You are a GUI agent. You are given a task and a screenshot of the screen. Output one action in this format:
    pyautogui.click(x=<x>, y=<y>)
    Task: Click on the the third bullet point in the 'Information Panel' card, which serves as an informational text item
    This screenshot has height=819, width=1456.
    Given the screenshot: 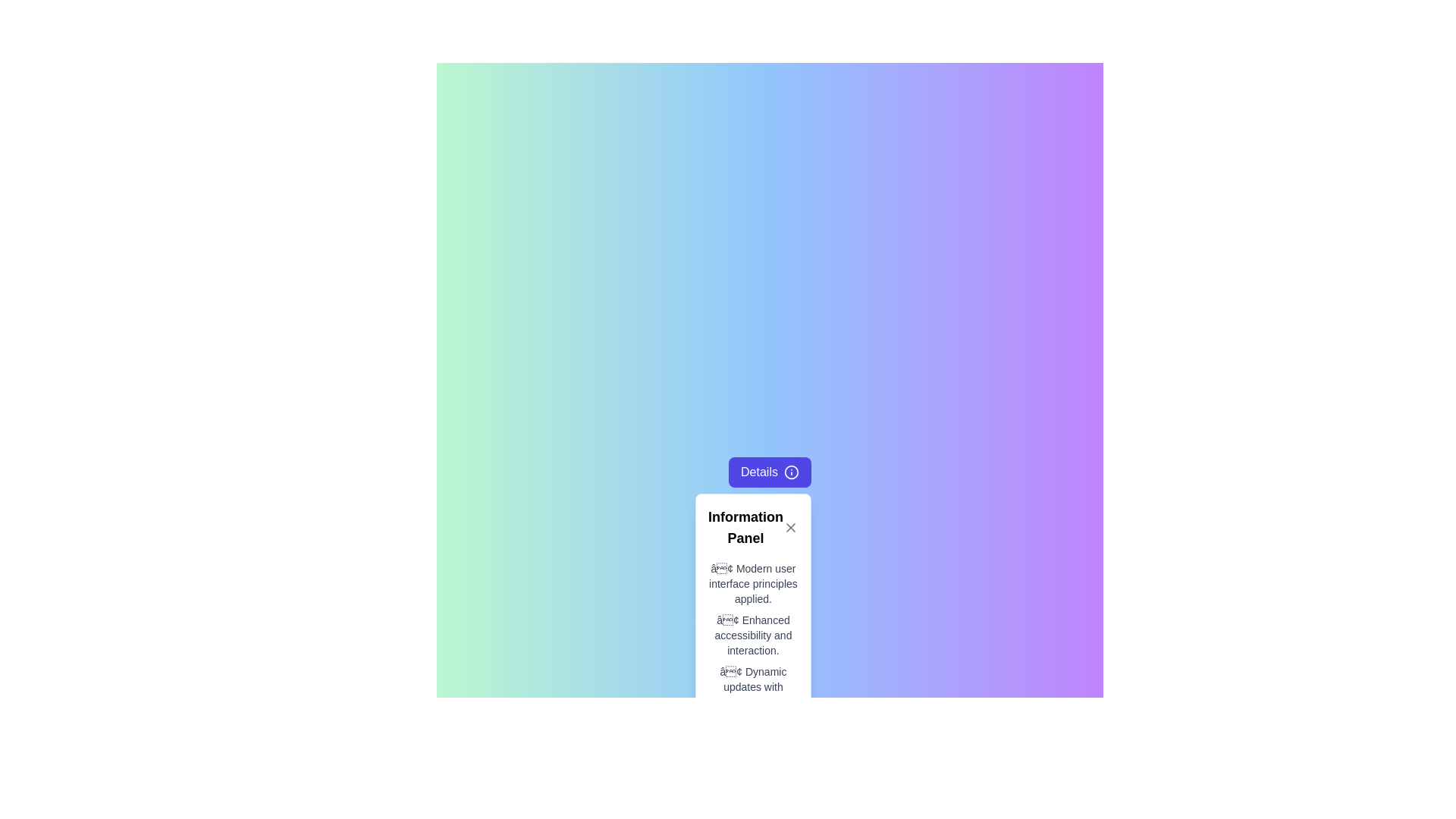 What is the action you would take?
    pyautogui.click(x=753, y=687)
    